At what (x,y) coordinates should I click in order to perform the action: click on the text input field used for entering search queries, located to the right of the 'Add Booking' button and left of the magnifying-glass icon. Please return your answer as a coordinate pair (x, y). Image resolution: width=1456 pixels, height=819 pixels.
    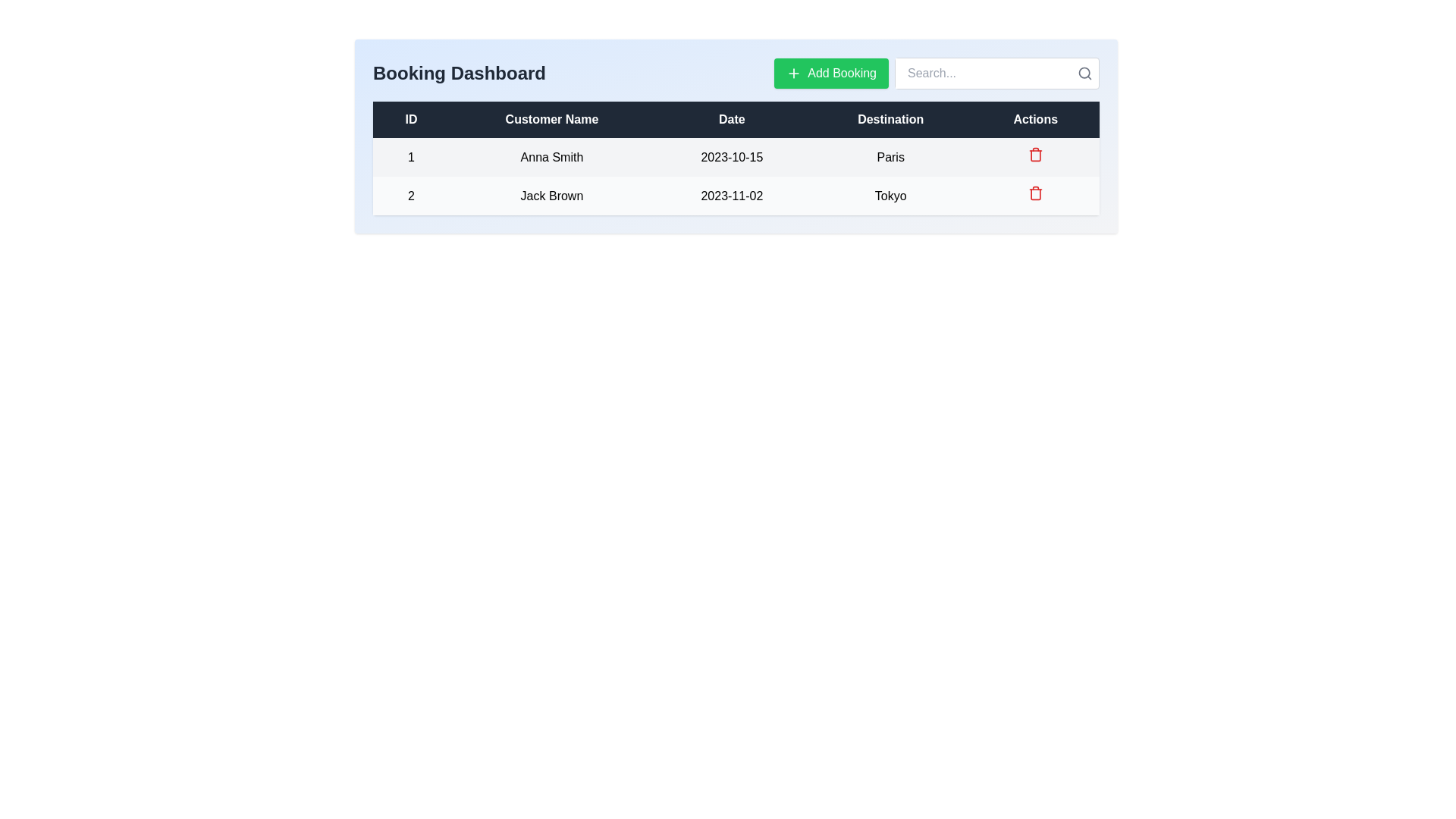
    Looking at the image, I should click on (936, 73).